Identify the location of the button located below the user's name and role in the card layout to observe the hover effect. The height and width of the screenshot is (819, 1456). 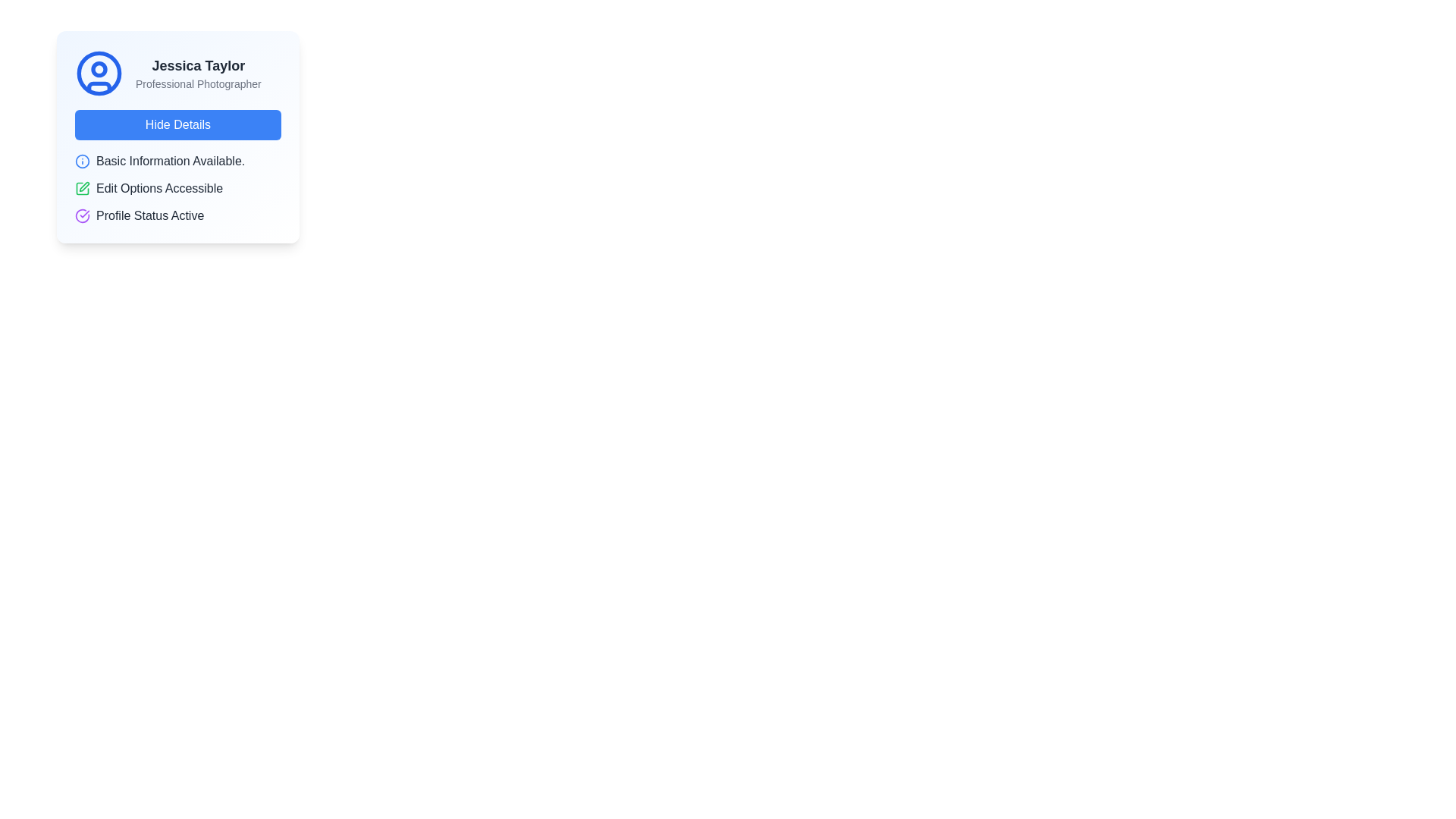
(178, 124).